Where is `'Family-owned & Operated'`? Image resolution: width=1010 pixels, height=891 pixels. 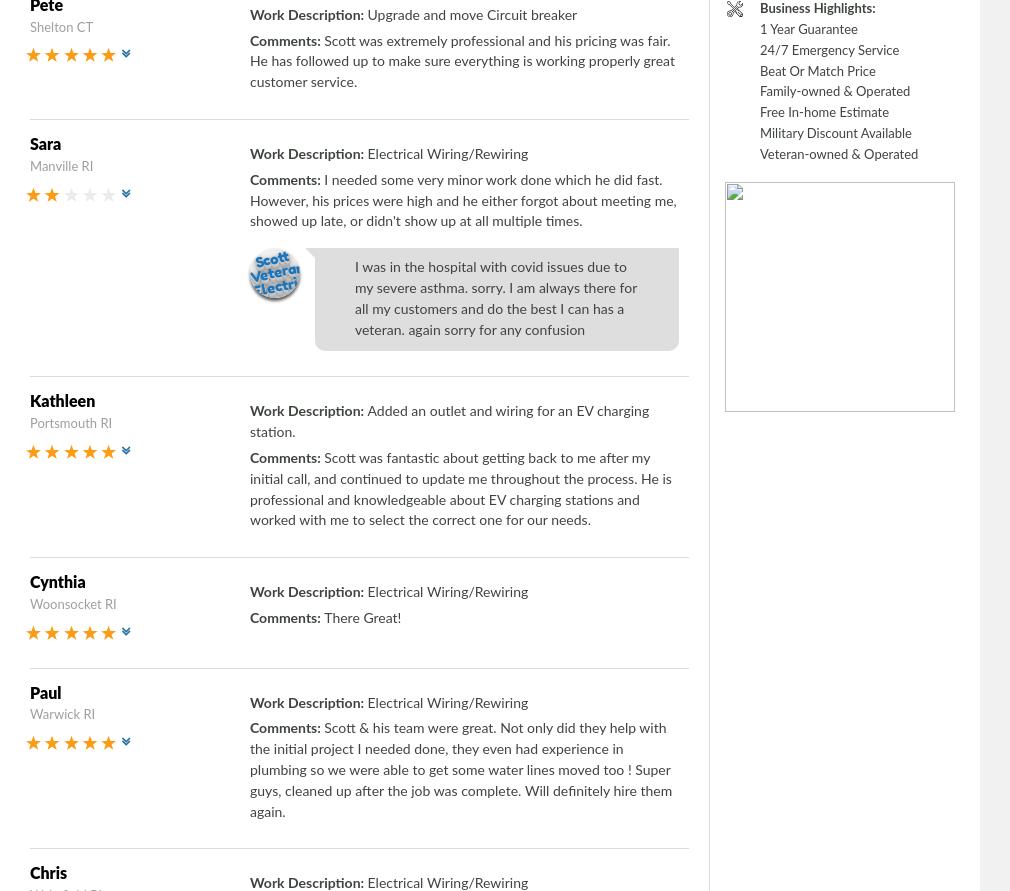 'Family-owned & Operated' is located at coordinates (834, 91).